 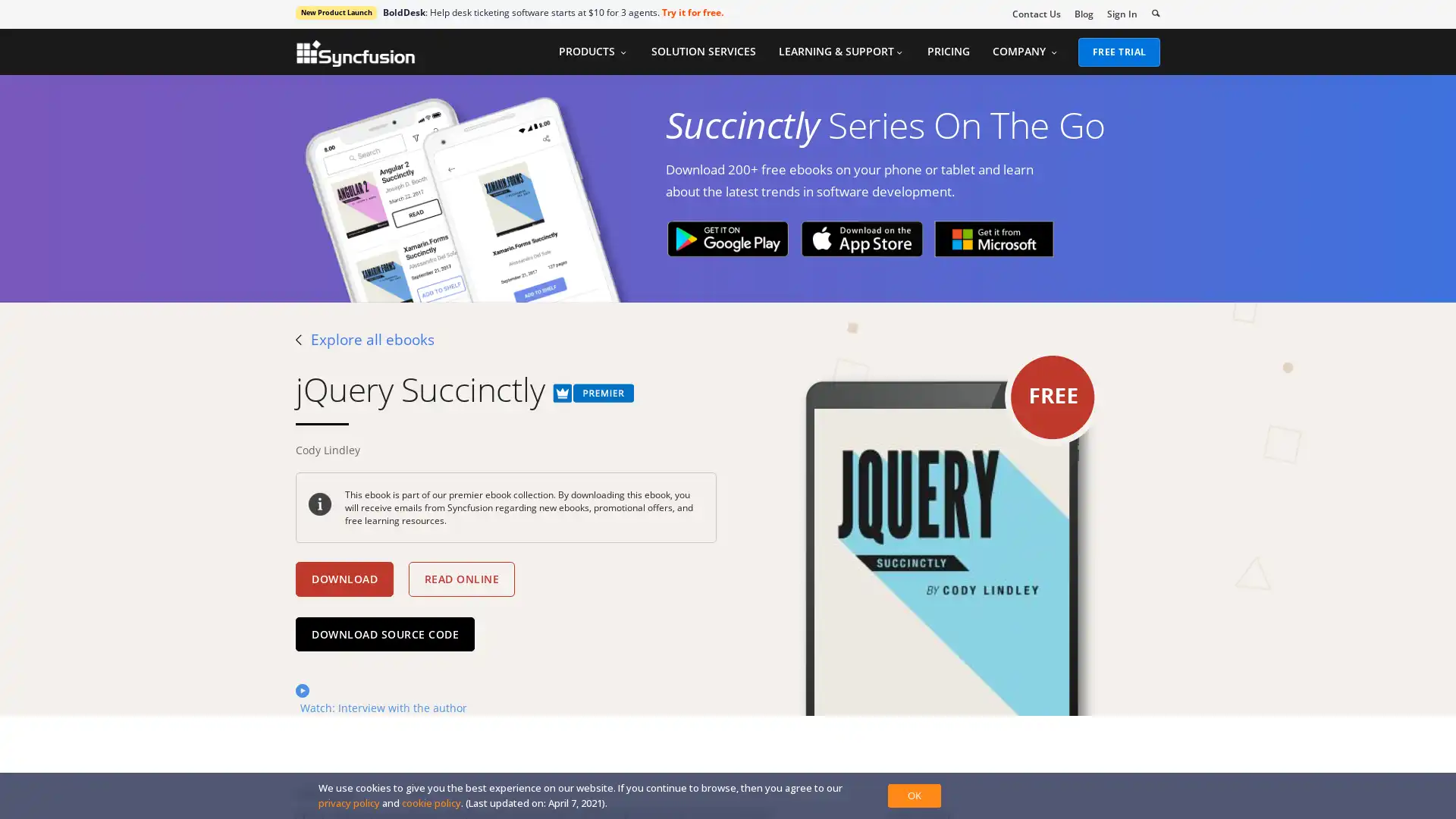 I want to click on COMPANY, so click(x=1025, y=51).